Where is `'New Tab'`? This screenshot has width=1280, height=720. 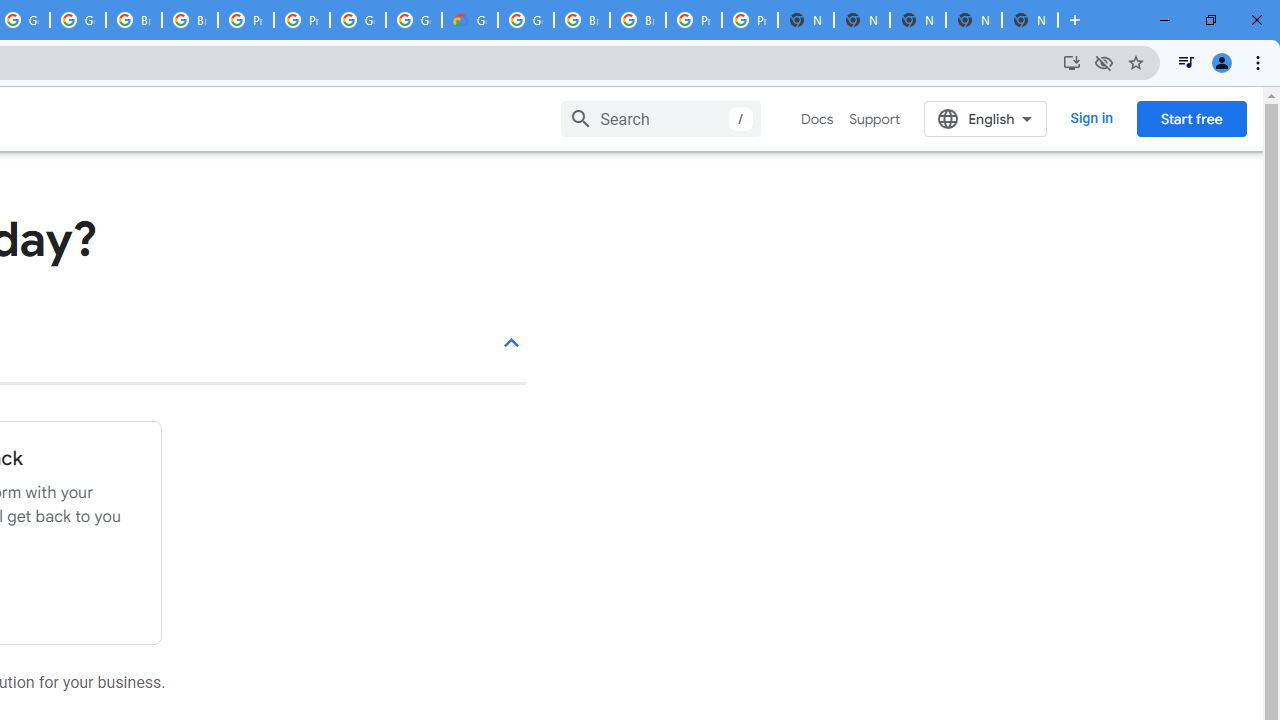 'New Tab' is located at coordinates (1030, 20).